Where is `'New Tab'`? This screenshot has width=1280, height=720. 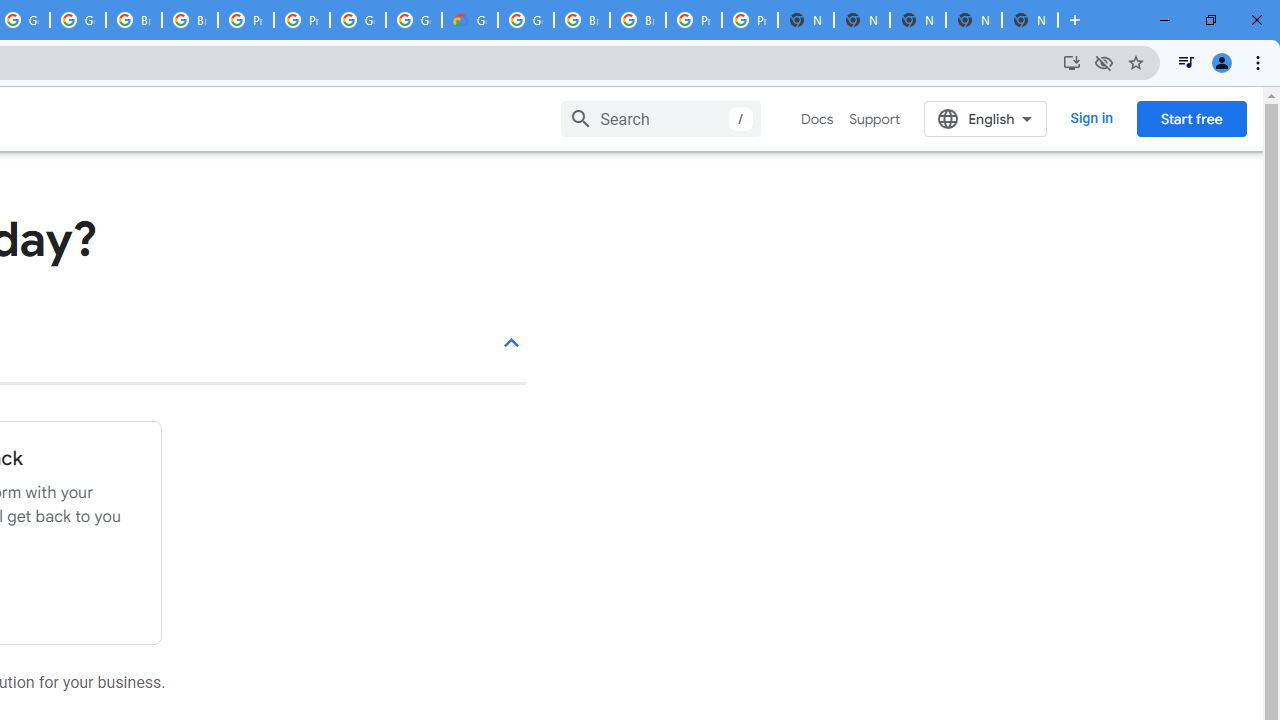 'New Tab' is located at coordinates (1030, 20).